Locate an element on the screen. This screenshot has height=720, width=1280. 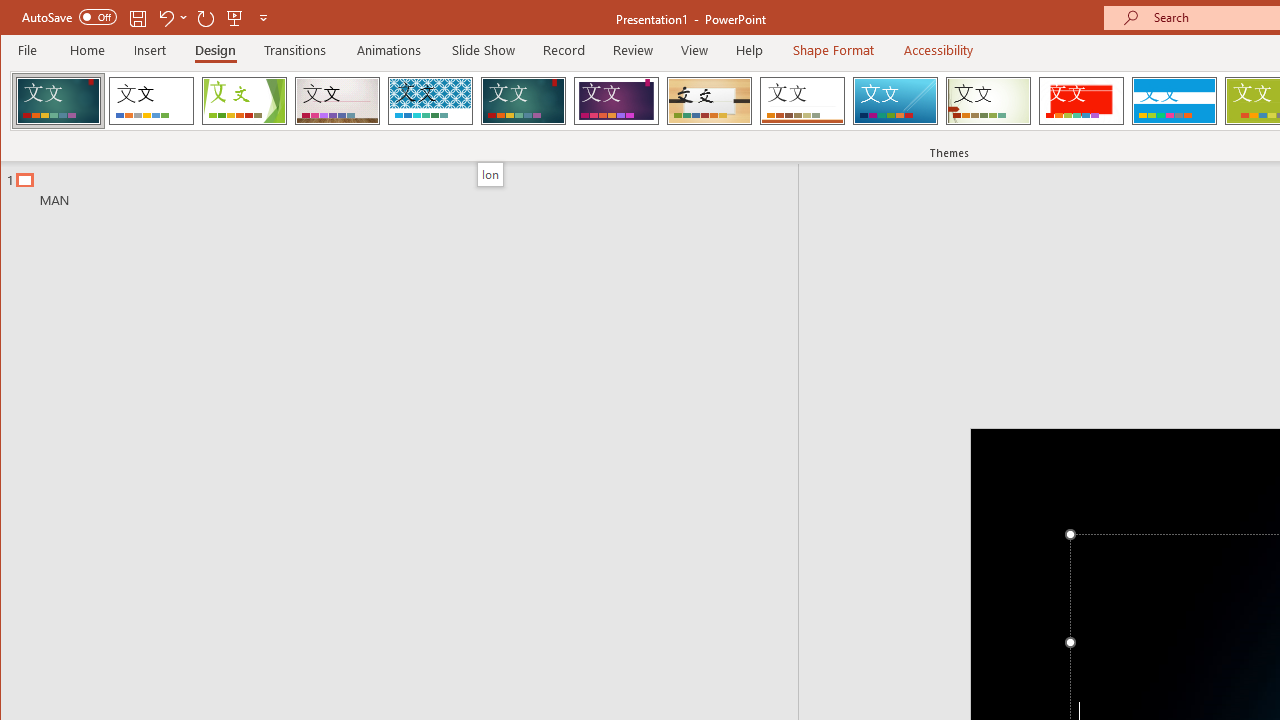
'View' is located at coordinates (695, 49).